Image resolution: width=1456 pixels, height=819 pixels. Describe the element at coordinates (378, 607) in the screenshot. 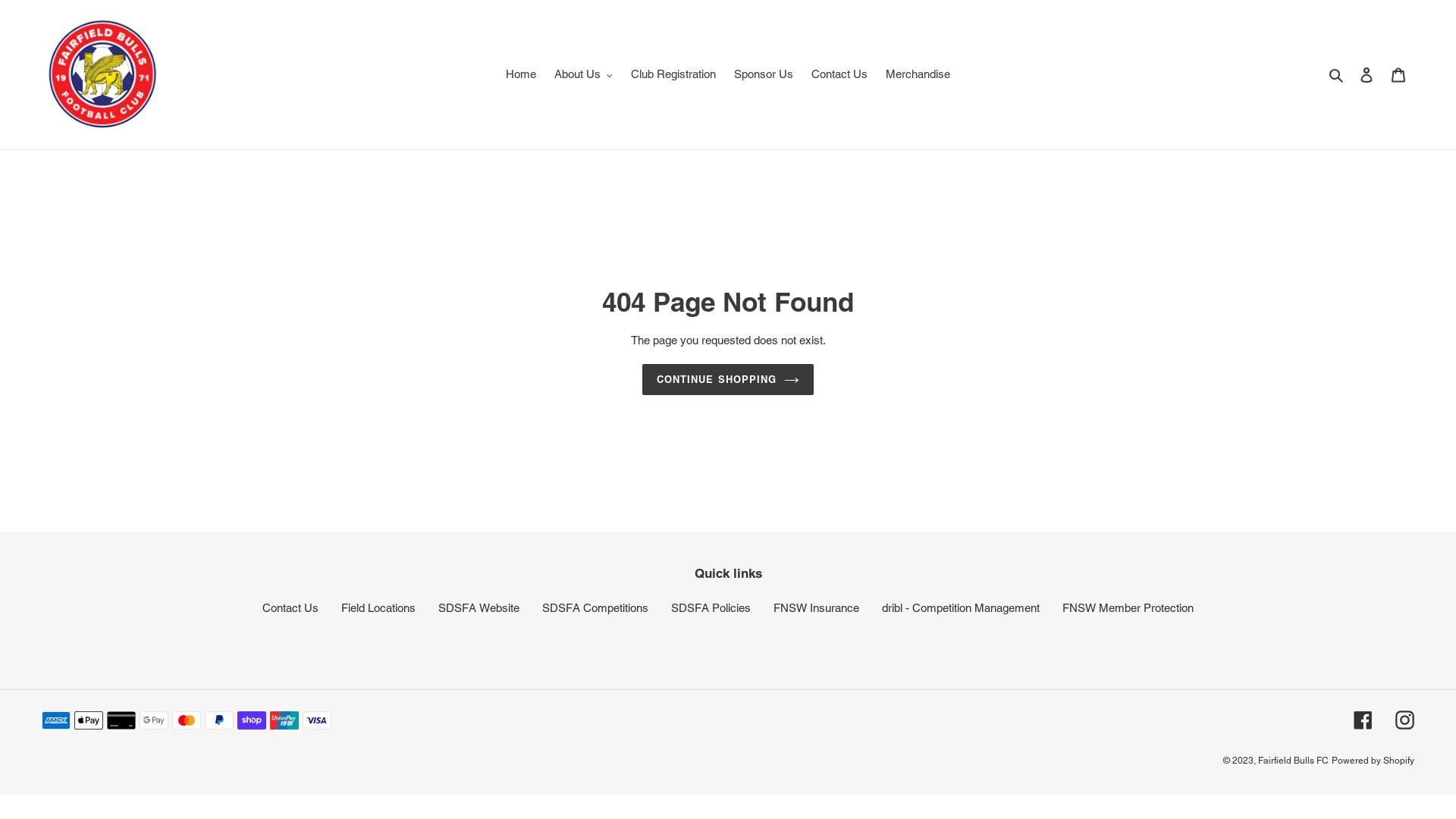

I see `'Field Locations'` at that location.